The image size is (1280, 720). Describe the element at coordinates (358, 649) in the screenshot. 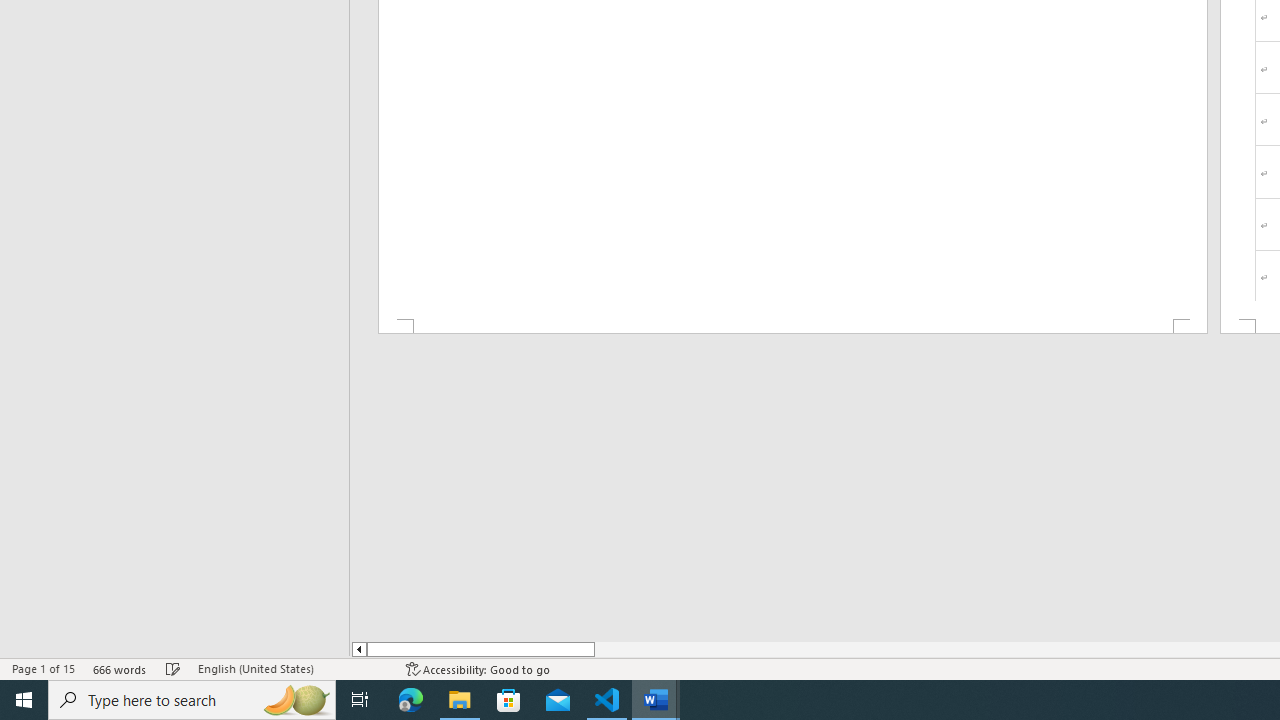

I see `'Column left'` at that location.